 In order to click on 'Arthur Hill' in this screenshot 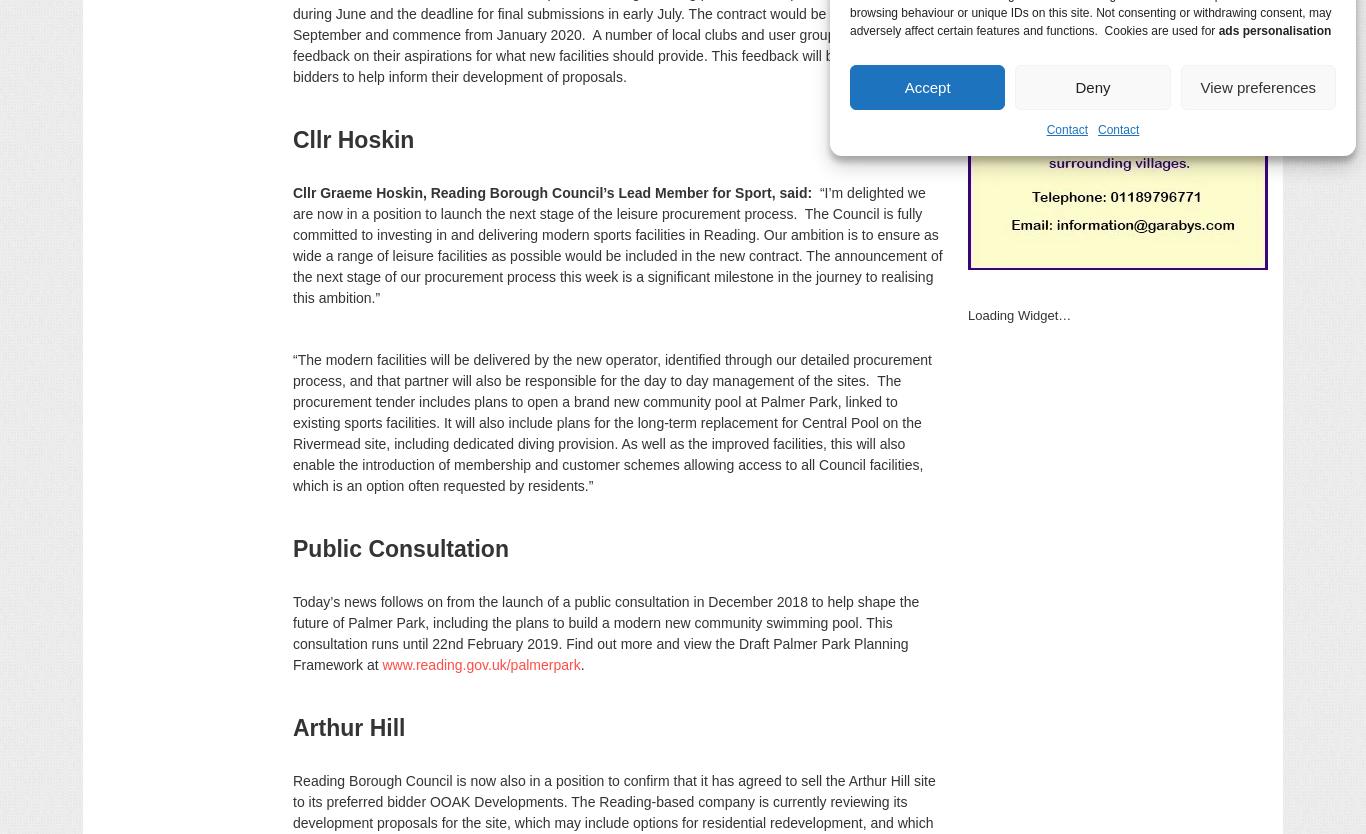, I will do `click(348, 727)`.